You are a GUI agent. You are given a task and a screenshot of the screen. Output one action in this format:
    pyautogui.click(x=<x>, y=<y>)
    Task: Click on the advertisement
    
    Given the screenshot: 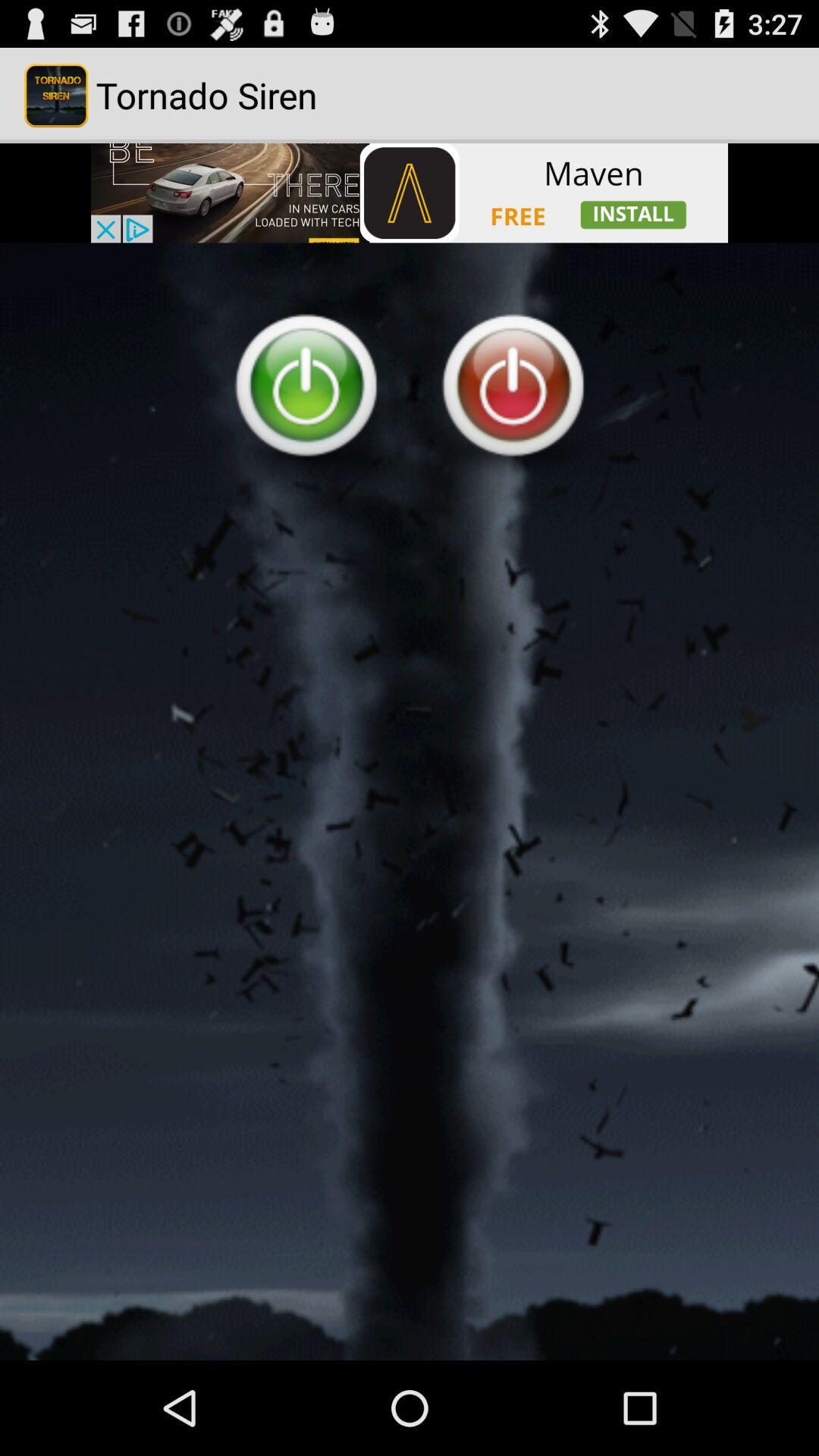 What is the action you would take?
    pyautogui.click(x=409, y=192)
    